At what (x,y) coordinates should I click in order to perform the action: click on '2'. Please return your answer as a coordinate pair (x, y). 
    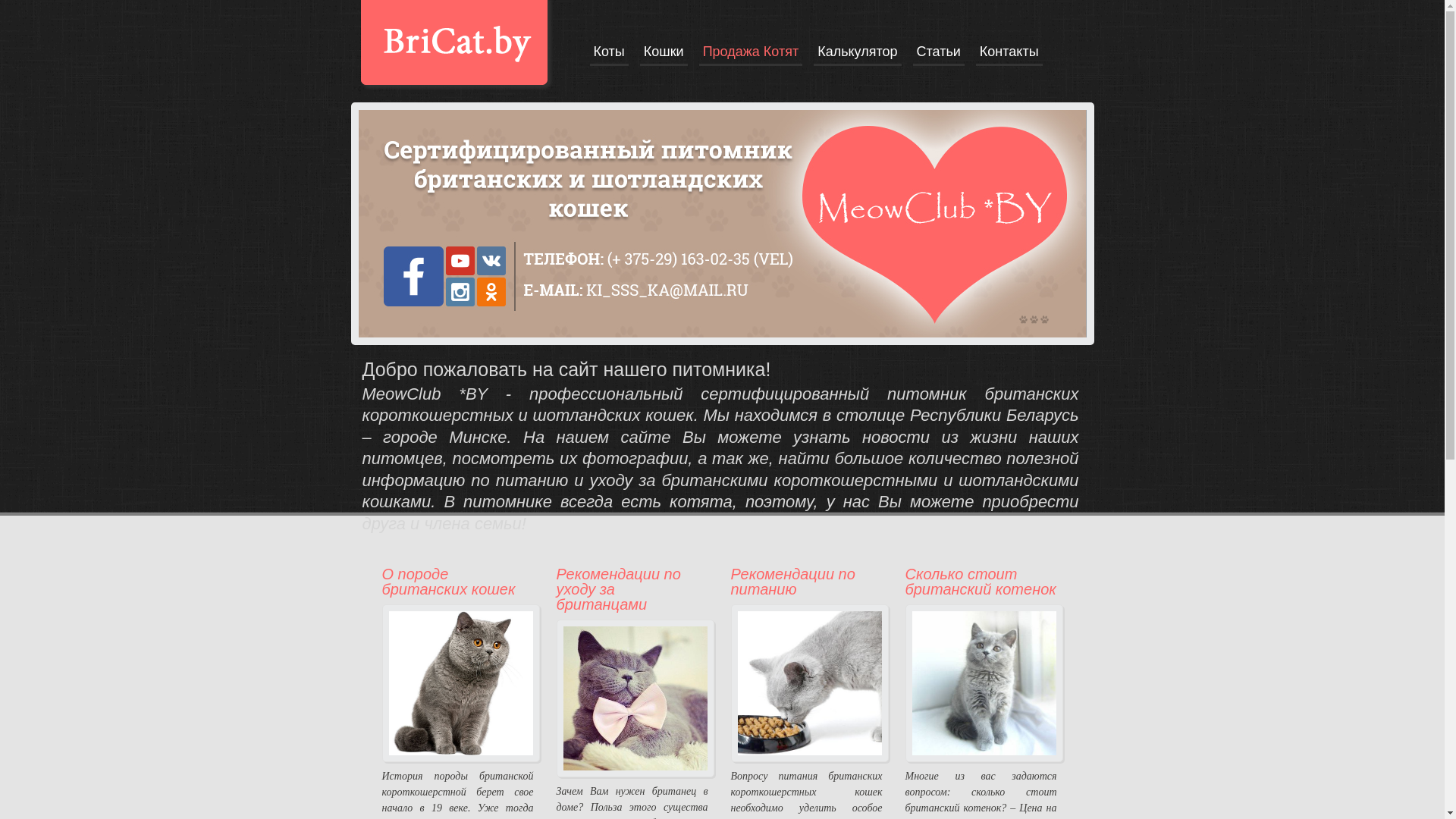
    Looking at the image, I should click on (1033, 318).